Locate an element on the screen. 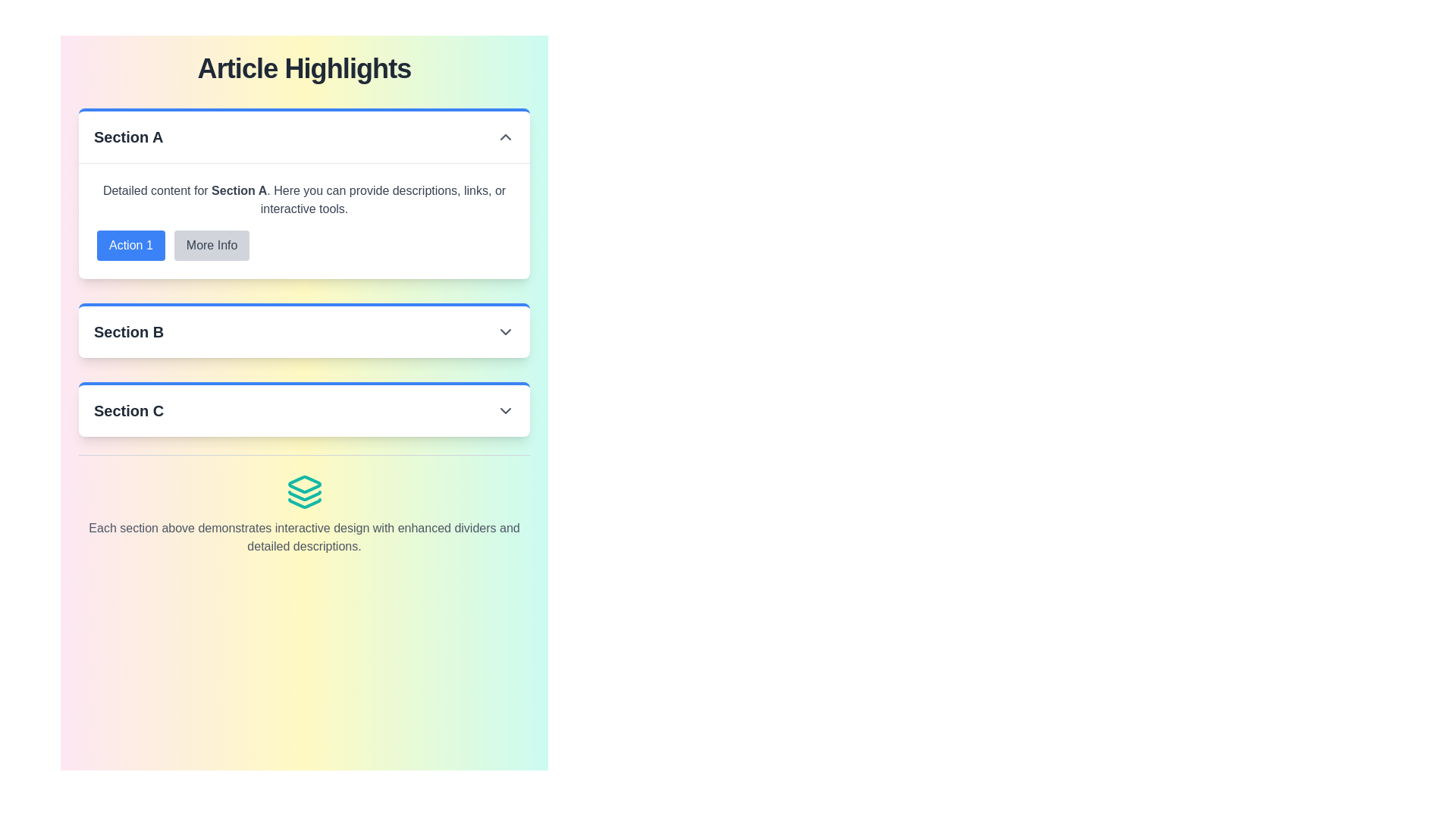  the 'More Info' button, which is a rectangular button with a light gray background and rounded corners, located to the right of the 'Action 1' button in 'Section A' is located at coordinates (211, 245).